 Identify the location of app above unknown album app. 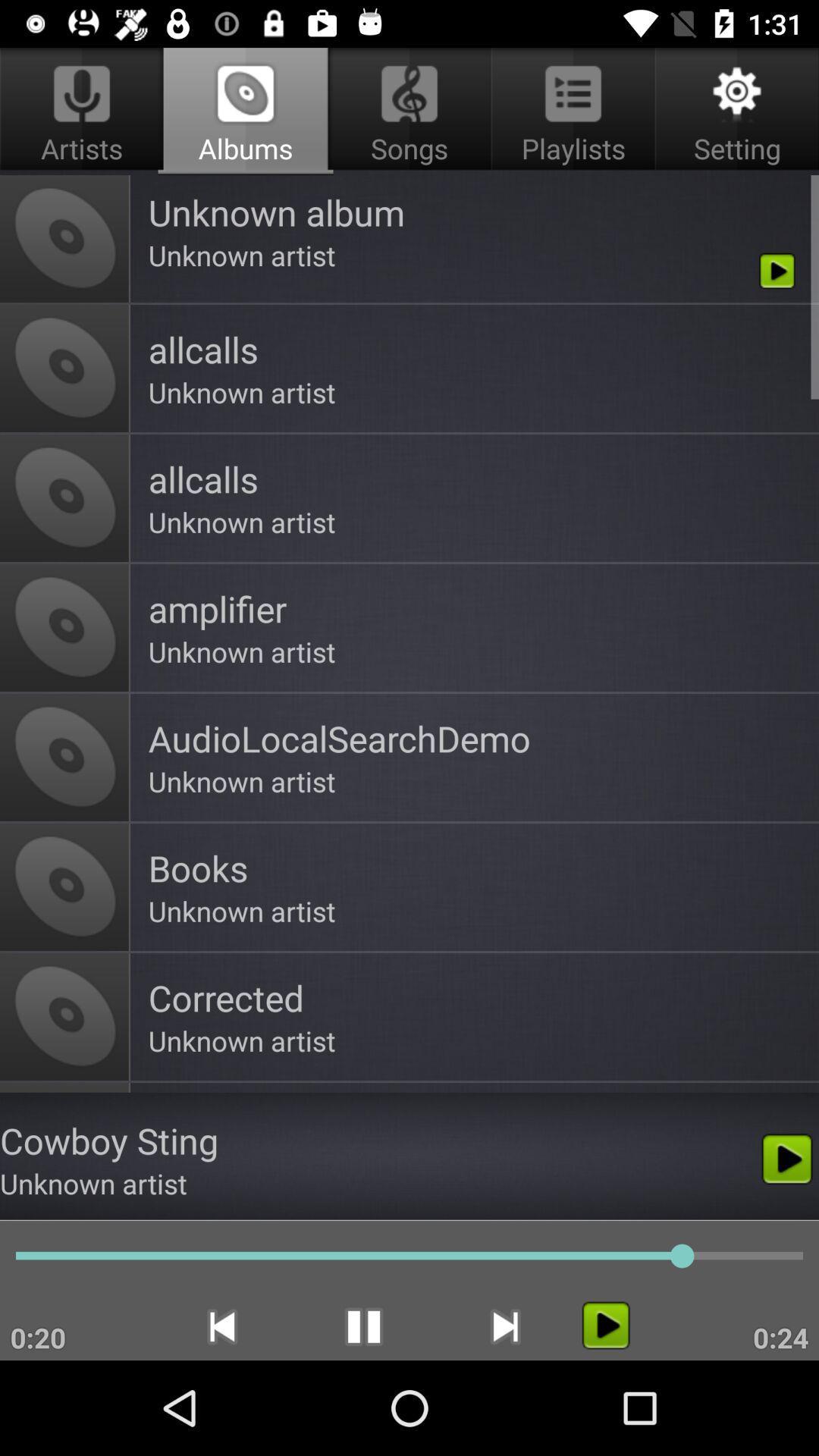
(409, 111).